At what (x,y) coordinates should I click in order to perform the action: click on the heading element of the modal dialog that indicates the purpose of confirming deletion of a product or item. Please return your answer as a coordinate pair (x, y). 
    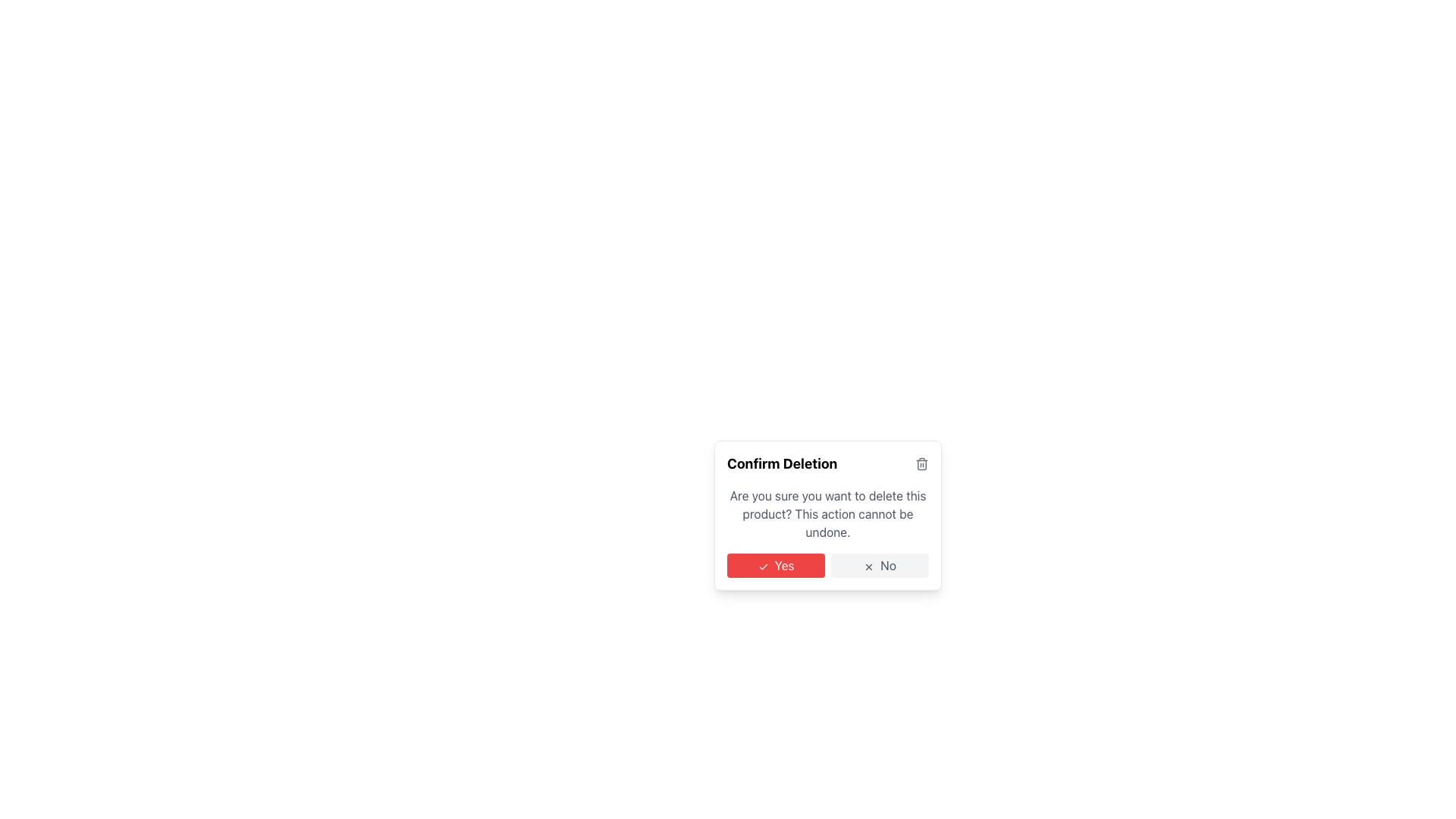
    Looking at the image, I should click on (827, 463).